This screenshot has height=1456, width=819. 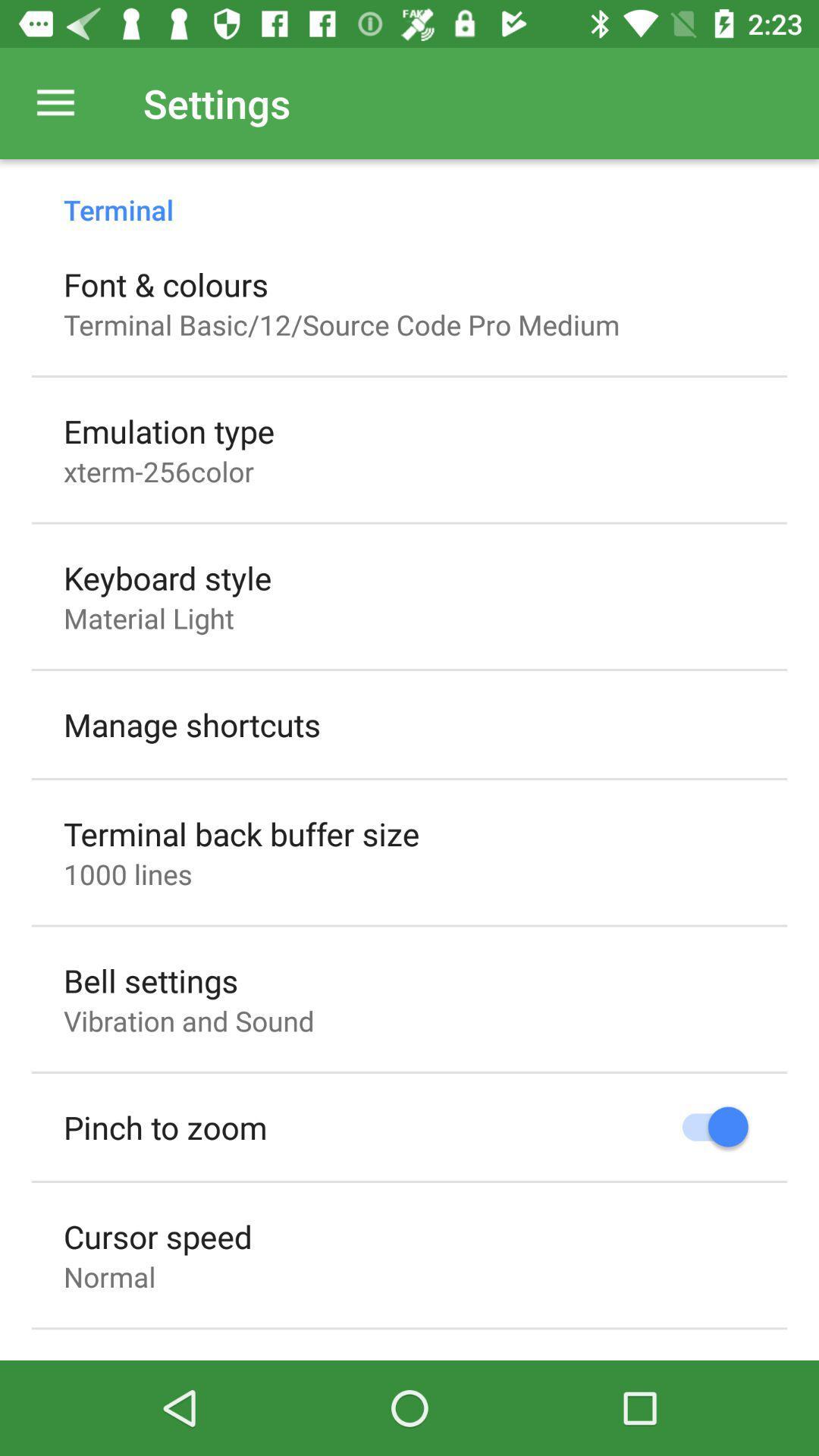 I want to click on item above keyboard style, so click(x=158, y=470).